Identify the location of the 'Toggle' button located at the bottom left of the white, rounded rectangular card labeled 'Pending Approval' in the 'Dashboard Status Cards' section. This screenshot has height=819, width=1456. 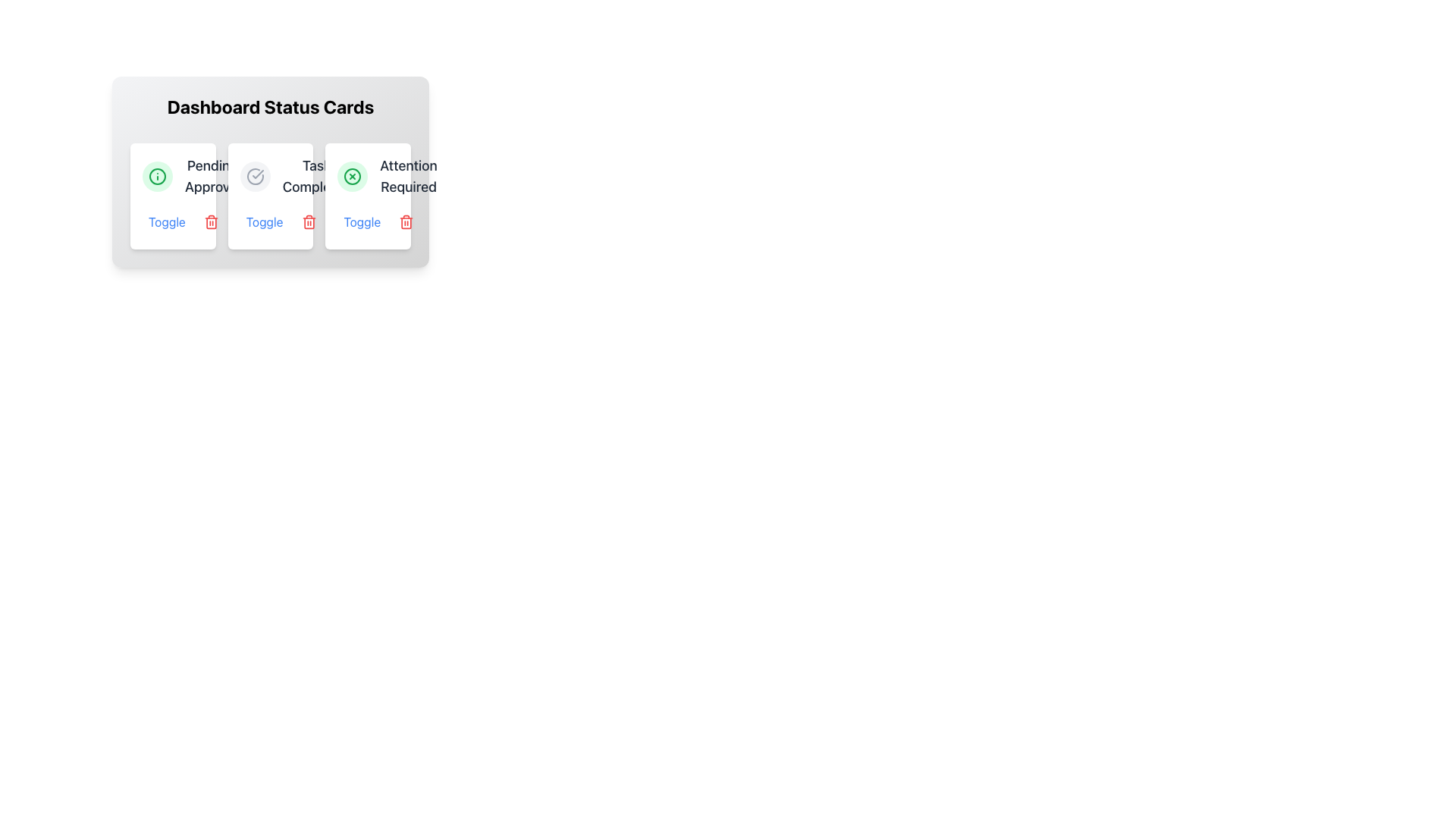
(173, 195).